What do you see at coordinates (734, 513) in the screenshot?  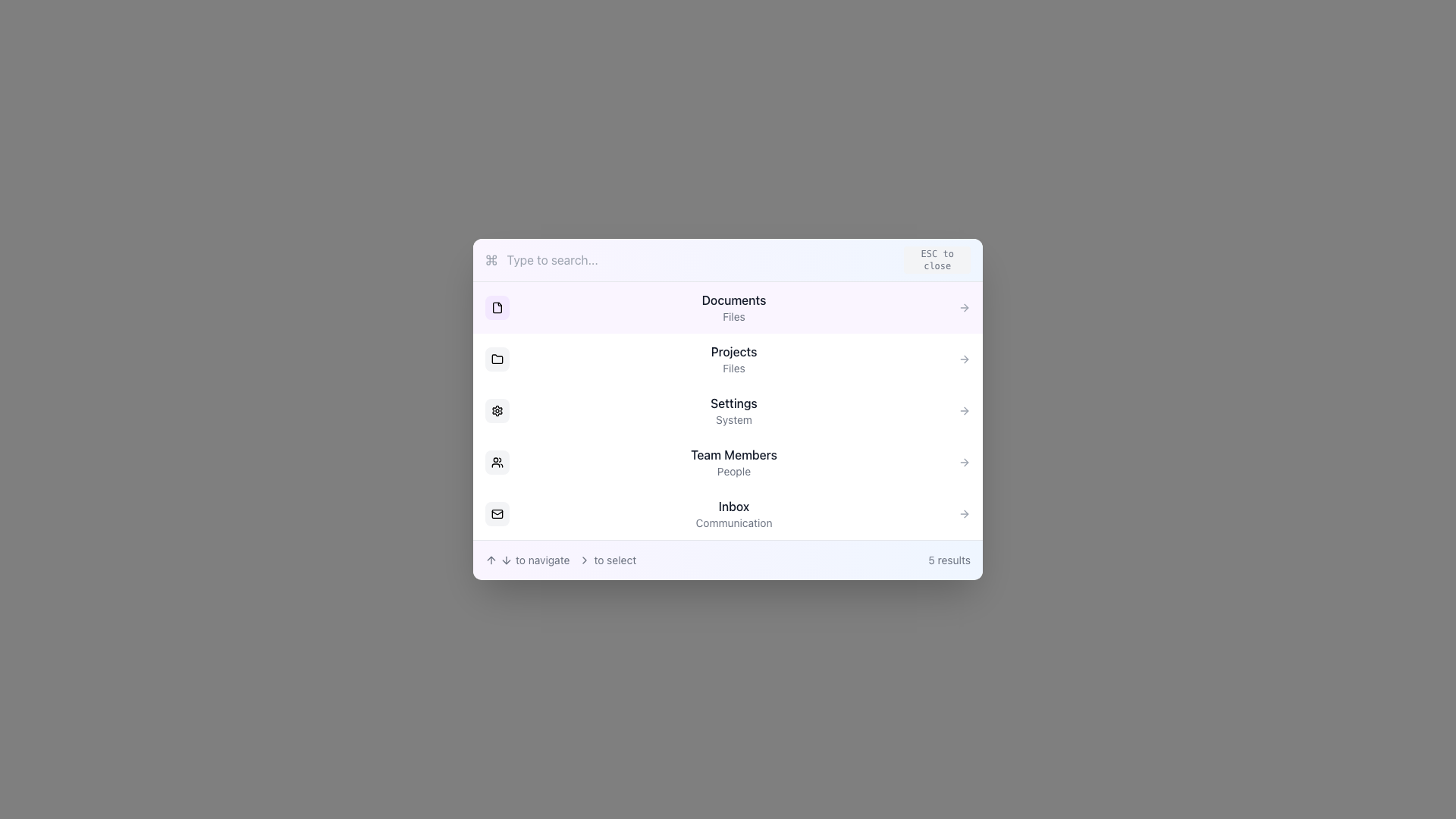 I see `the 'Inbox' option in the fifth row of the 'Team Members' section, which is a clickable list item displaying bold text 'Inbox' and smaller text 'Communication'` at bounding box center [734, 513].